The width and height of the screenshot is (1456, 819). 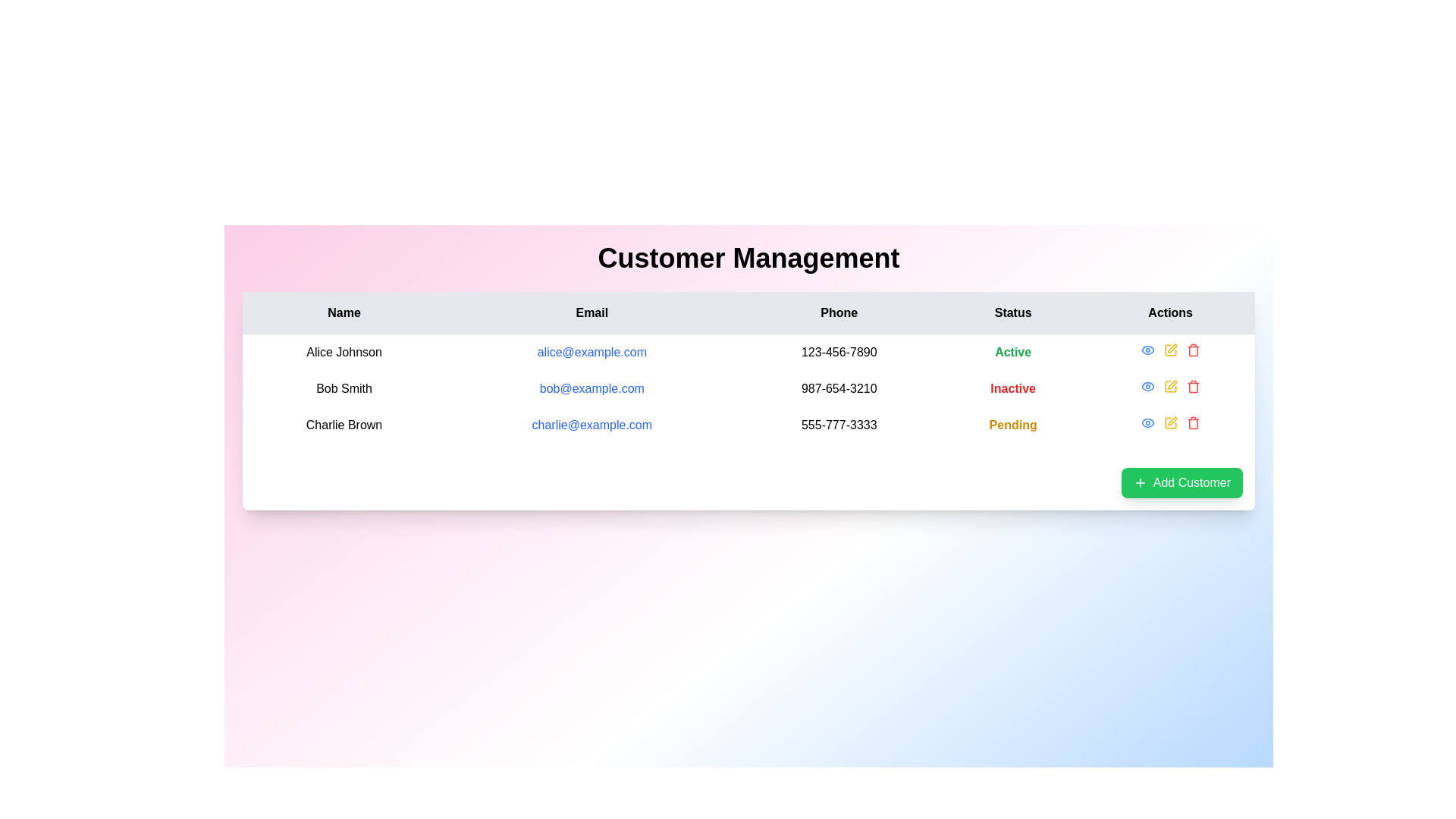 What do you see at coordinates (1169, 423) in the screenshot?
I see `the group of action buttons located at the far-right end of the row containing Charlie Brown's information` at bounding box center [1169, 423].